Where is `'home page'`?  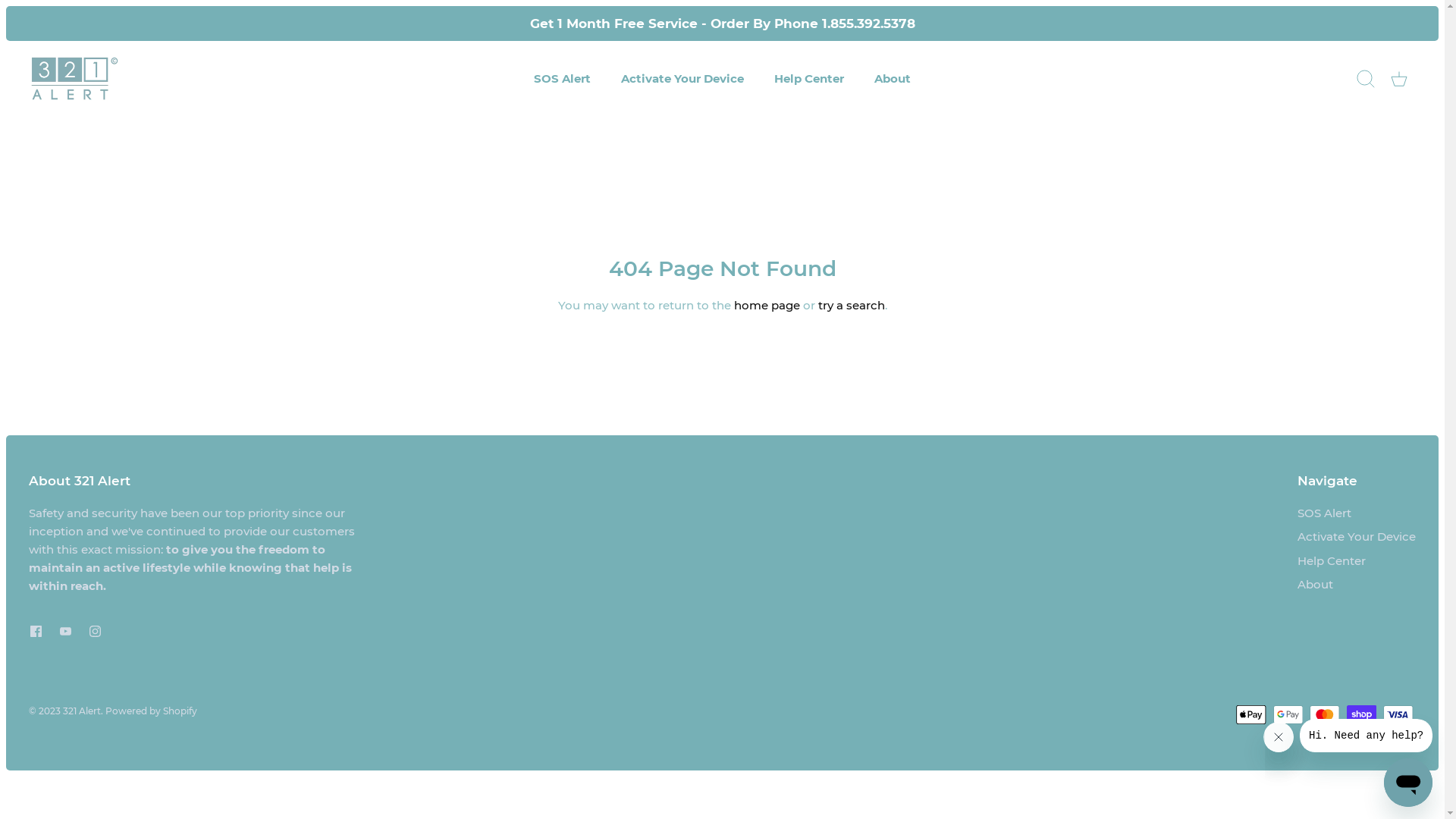 'home page' is located at coordinates (767, 305).